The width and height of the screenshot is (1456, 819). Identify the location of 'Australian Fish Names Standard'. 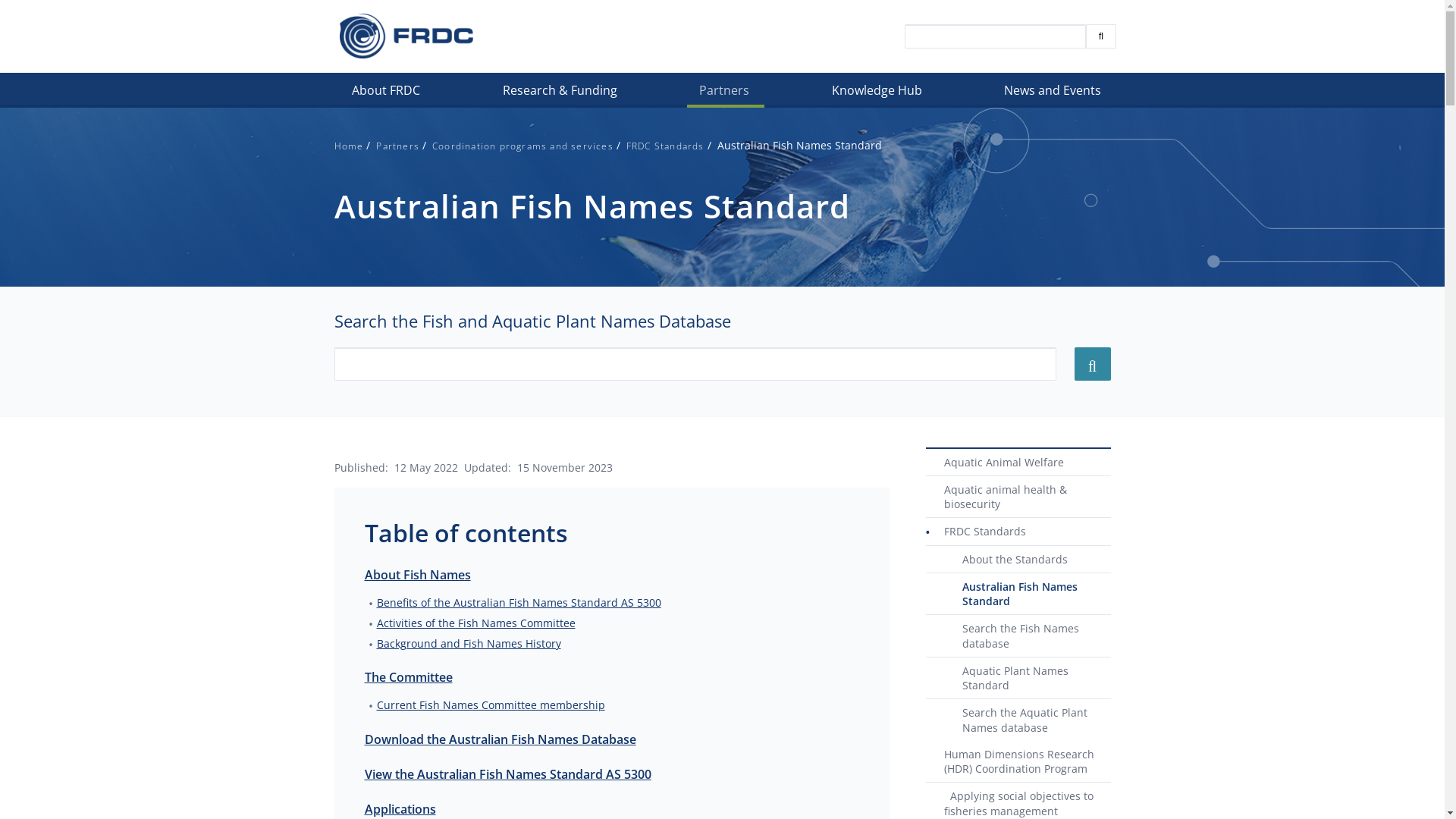
(1018, 593).